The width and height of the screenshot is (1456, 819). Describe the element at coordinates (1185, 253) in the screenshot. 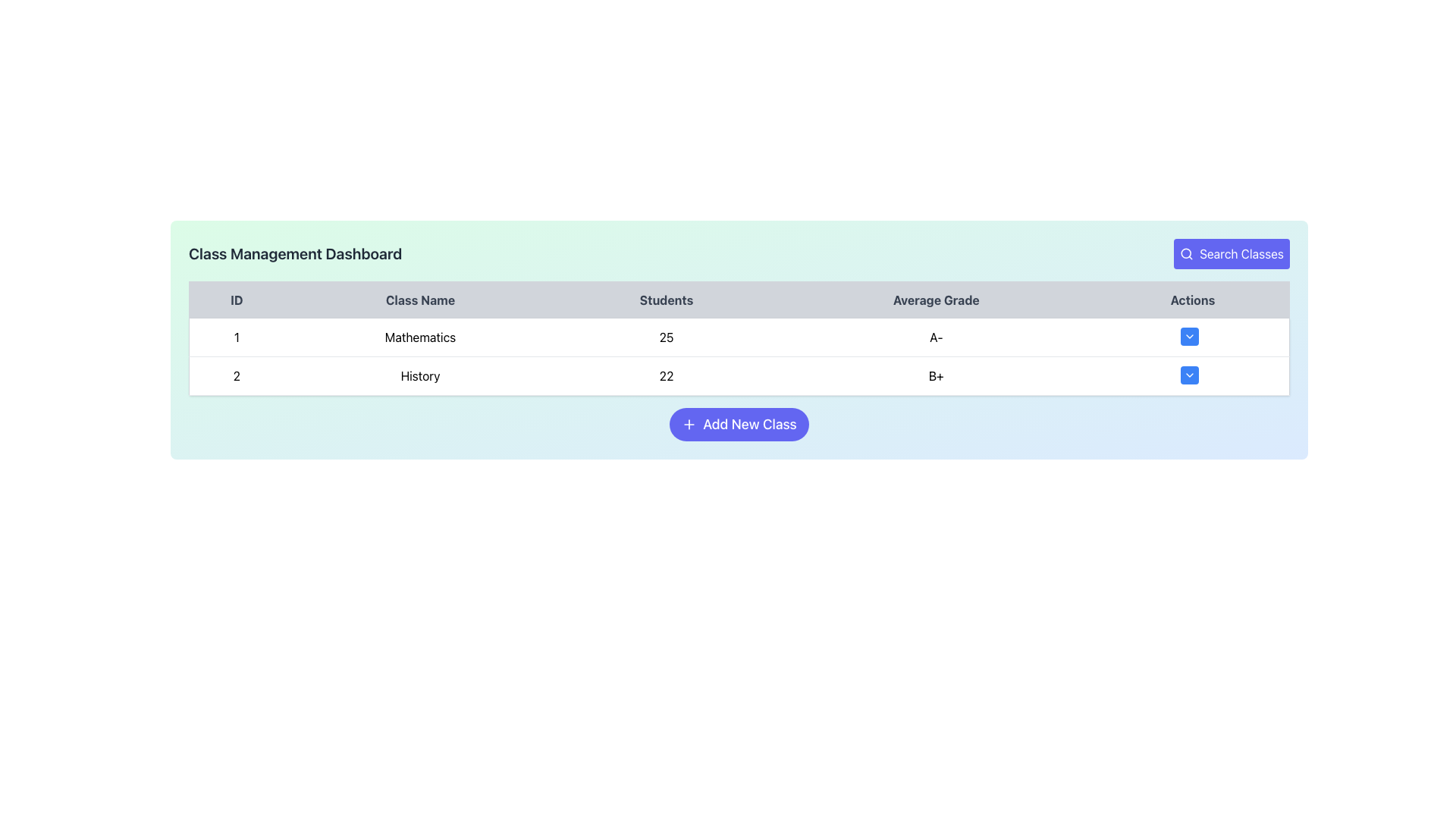

I see `the search icon inside the 'Search Classes' button located` at that location.